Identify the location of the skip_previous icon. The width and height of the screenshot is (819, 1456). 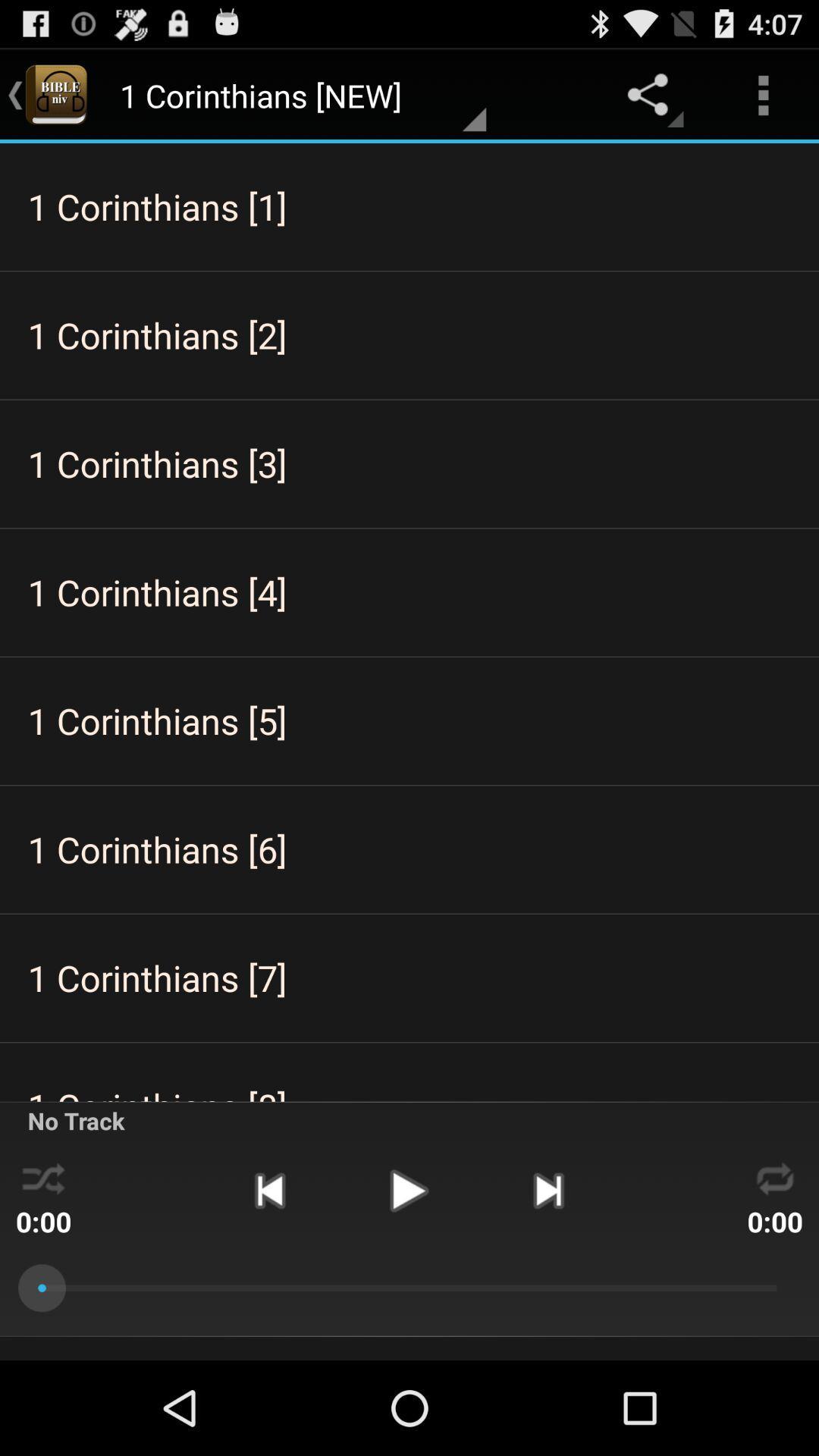
(268, 1274).